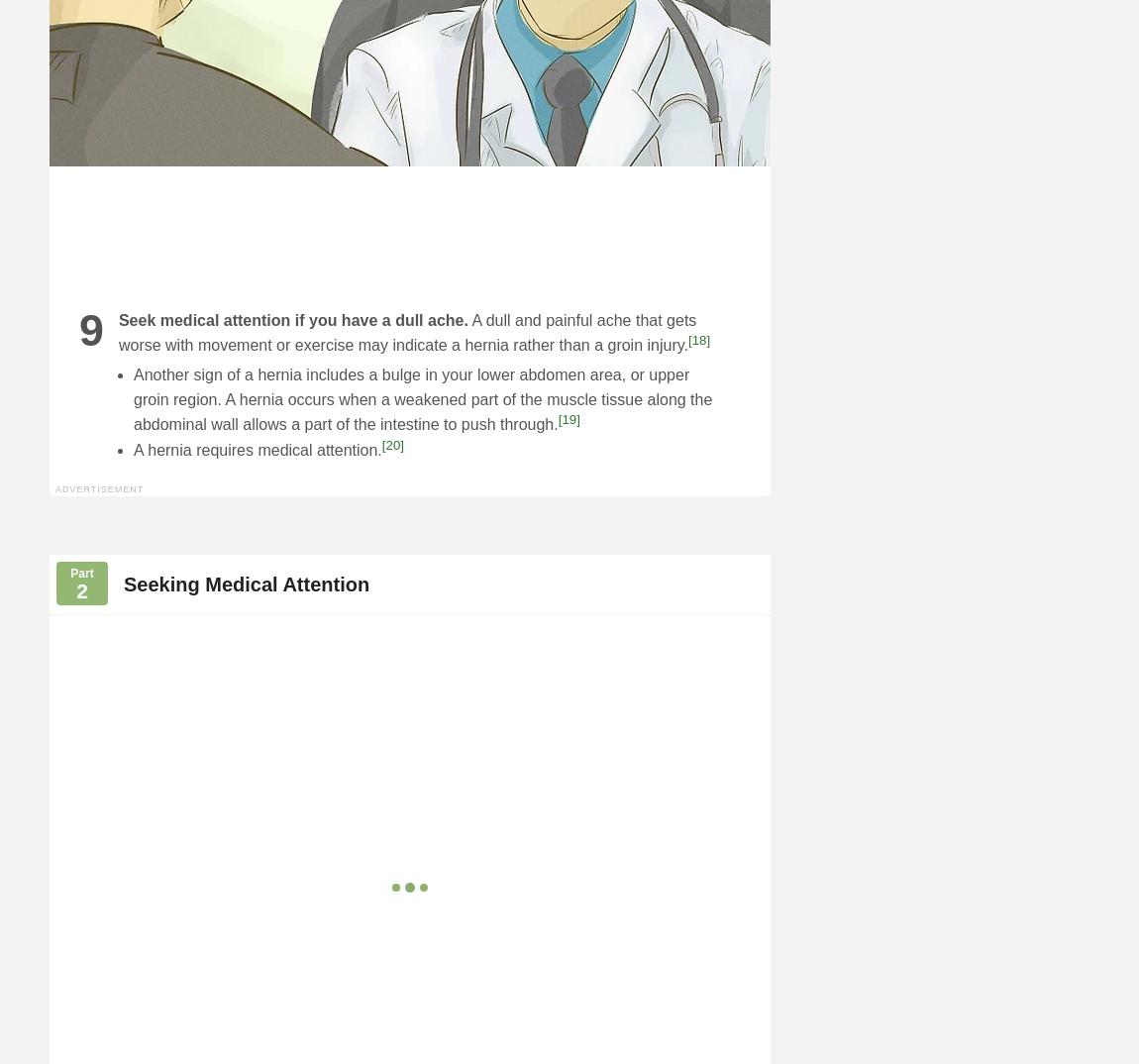  Describe the element at coordinates (245, 582) in the screenshot. I see `'Seeking Medical Attention'` at that location.